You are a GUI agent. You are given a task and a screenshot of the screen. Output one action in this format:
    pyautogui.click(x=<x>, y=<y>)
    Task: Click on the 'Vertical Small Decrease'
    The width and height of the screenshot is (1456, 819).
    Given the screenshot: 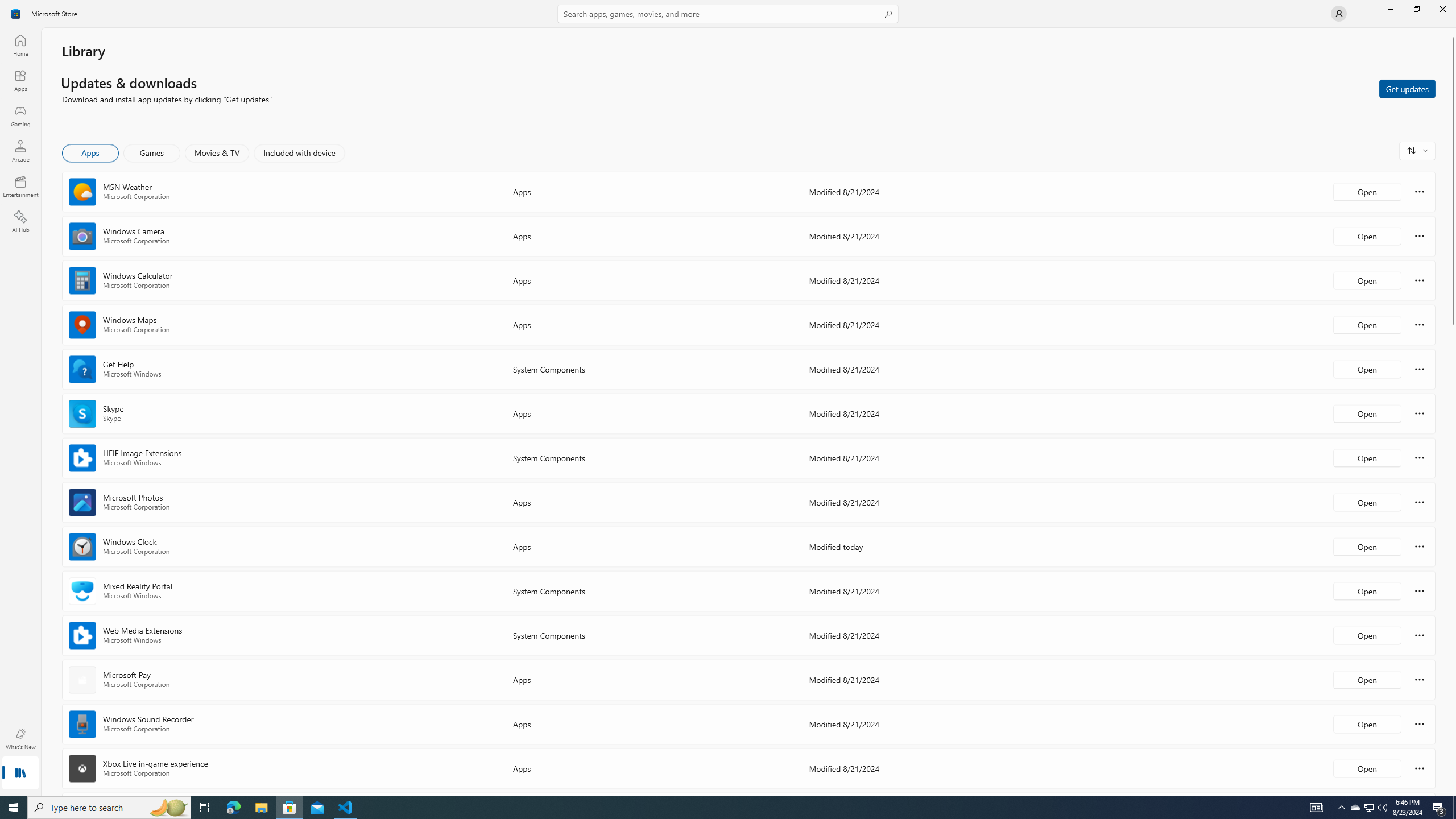 What is the action you would take?
    pyautogui.click(x=1451, y=31)
    